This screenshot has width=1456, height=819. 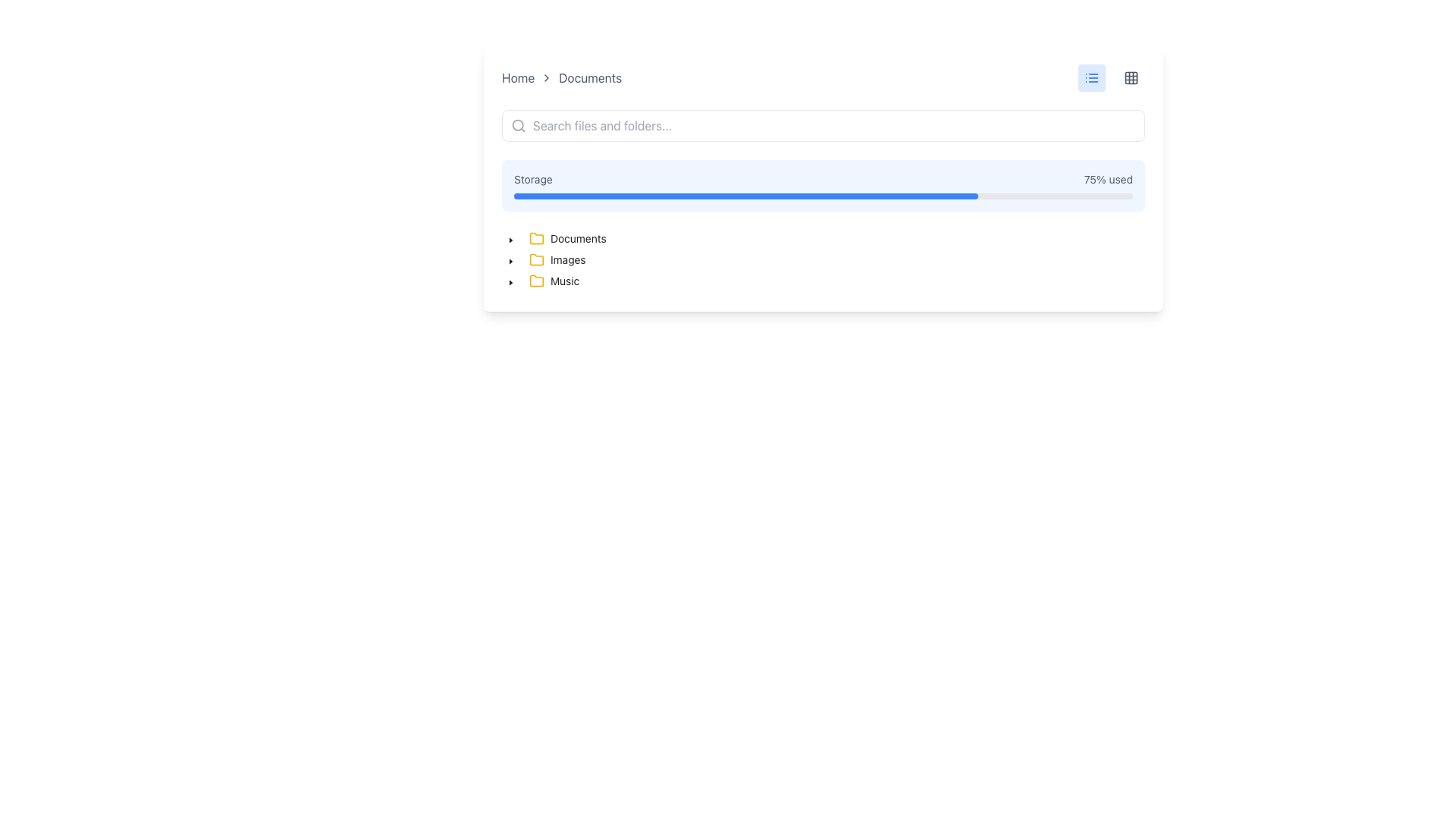 I want to click on the small downward-pointing caret icon located to the left of the 'Images' list item, so click(x=510, y=260).